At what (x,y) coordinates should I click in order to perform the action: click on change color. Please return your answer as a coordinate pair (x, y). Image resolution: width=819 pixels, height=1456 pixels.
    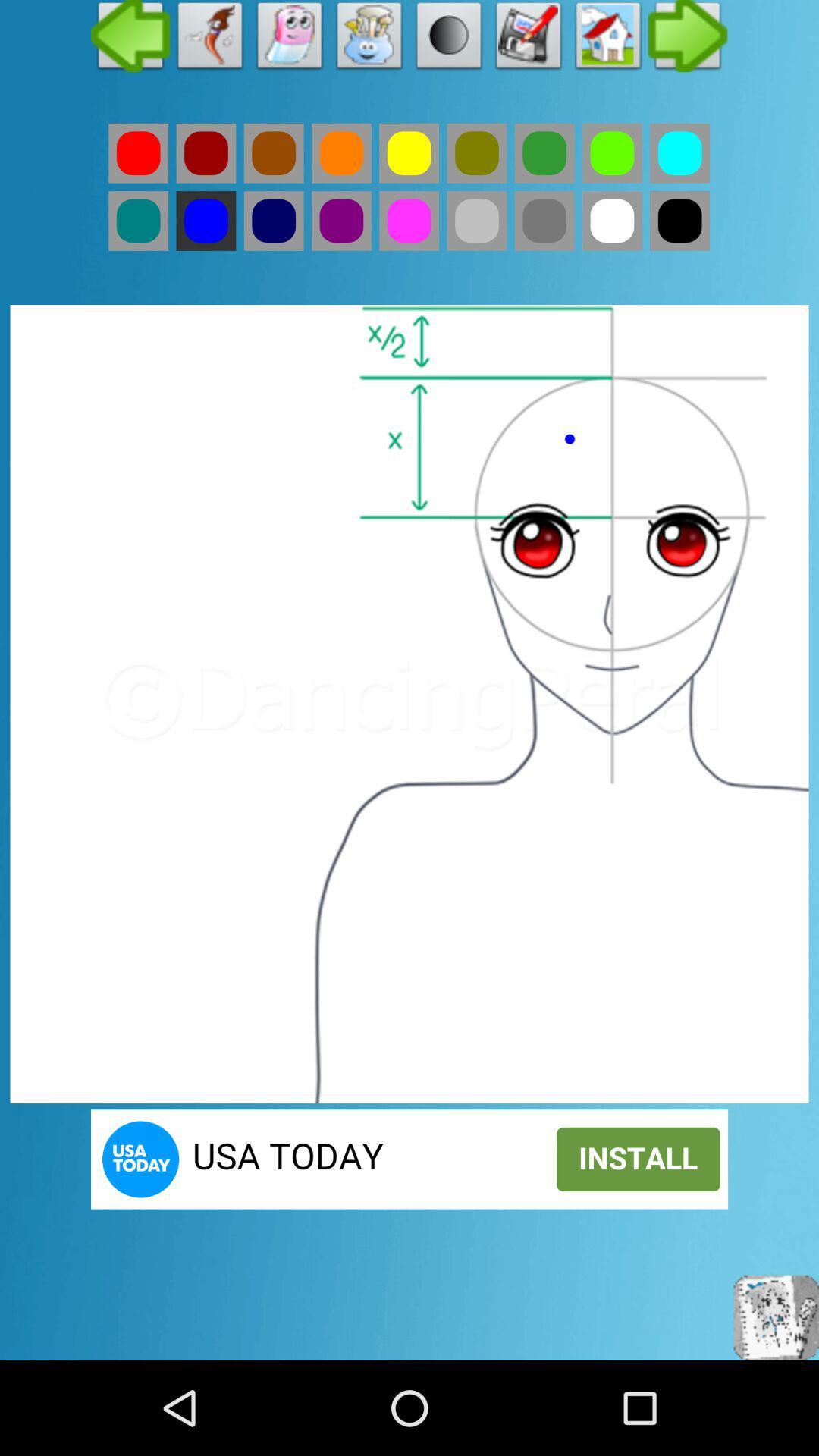
    Looking at the image, I should click on (408, 220).